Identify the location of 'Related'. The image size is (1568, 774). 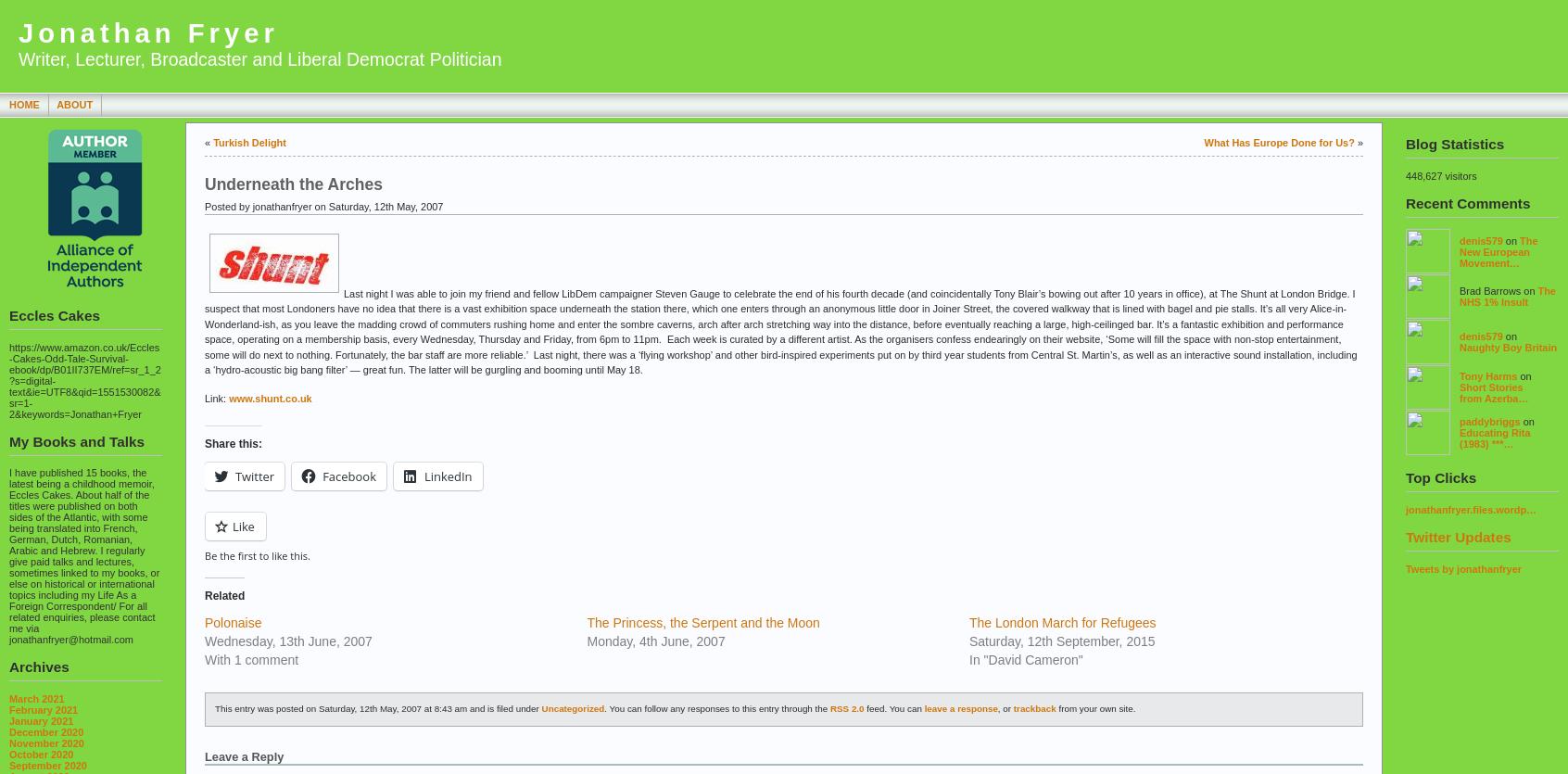
(224, 595).